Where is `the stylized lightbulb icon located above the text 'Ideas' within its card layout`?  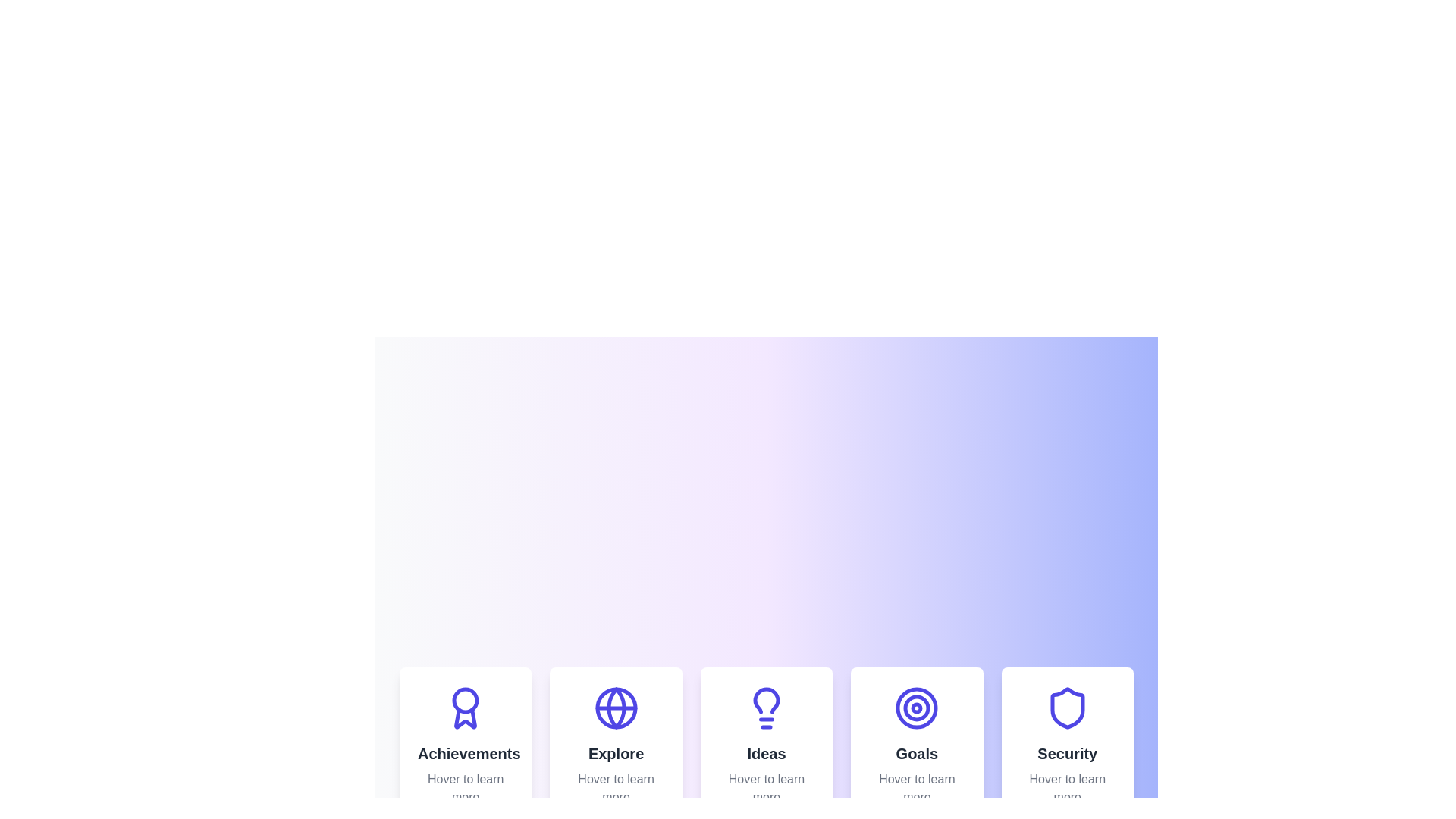
the stylized lightbulb icon located above the text 'Ideas' within its card layout is located at coordinates (767, 708).